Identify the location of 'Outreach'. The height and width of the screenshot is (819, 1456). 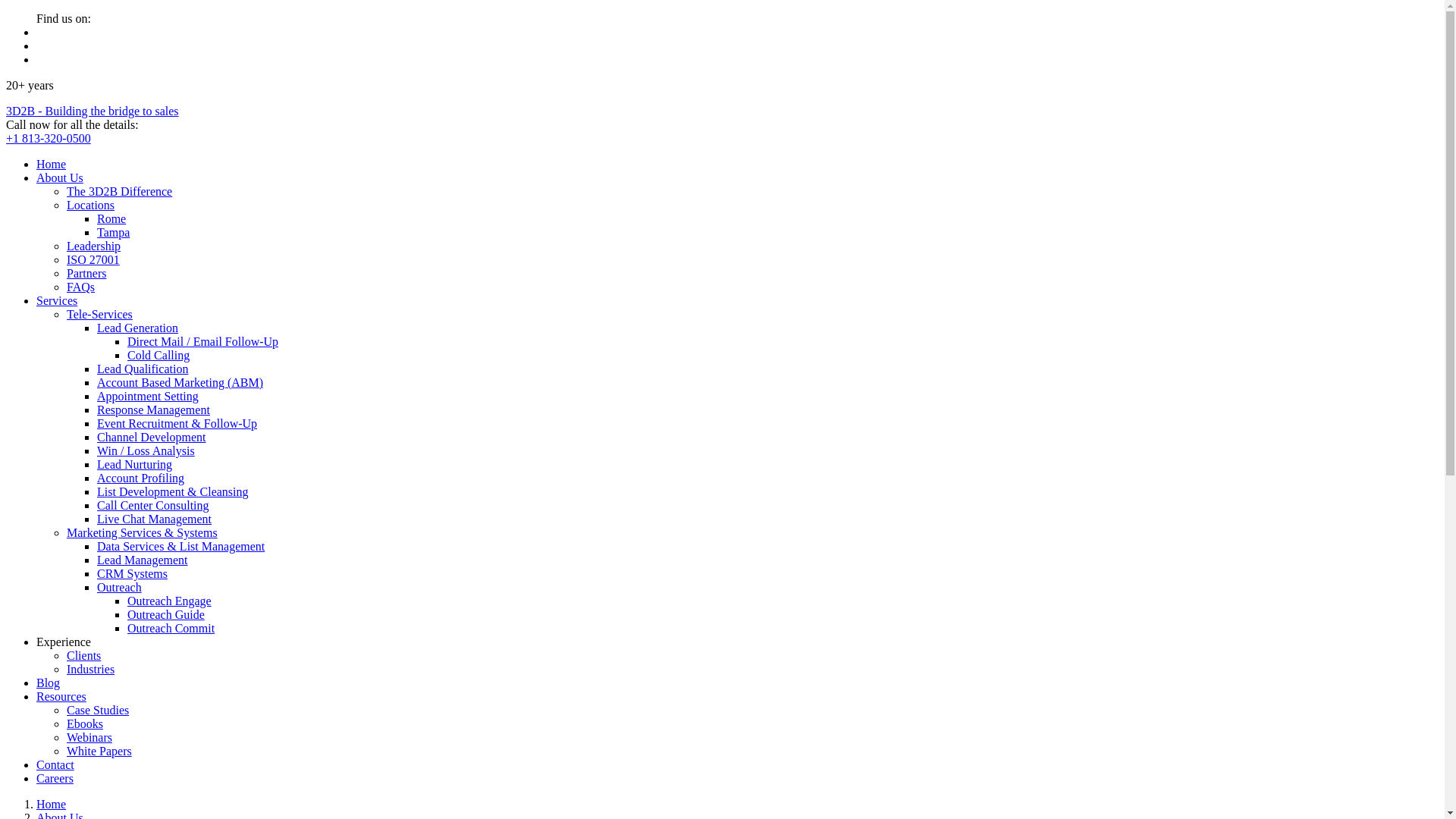
(118, 586).